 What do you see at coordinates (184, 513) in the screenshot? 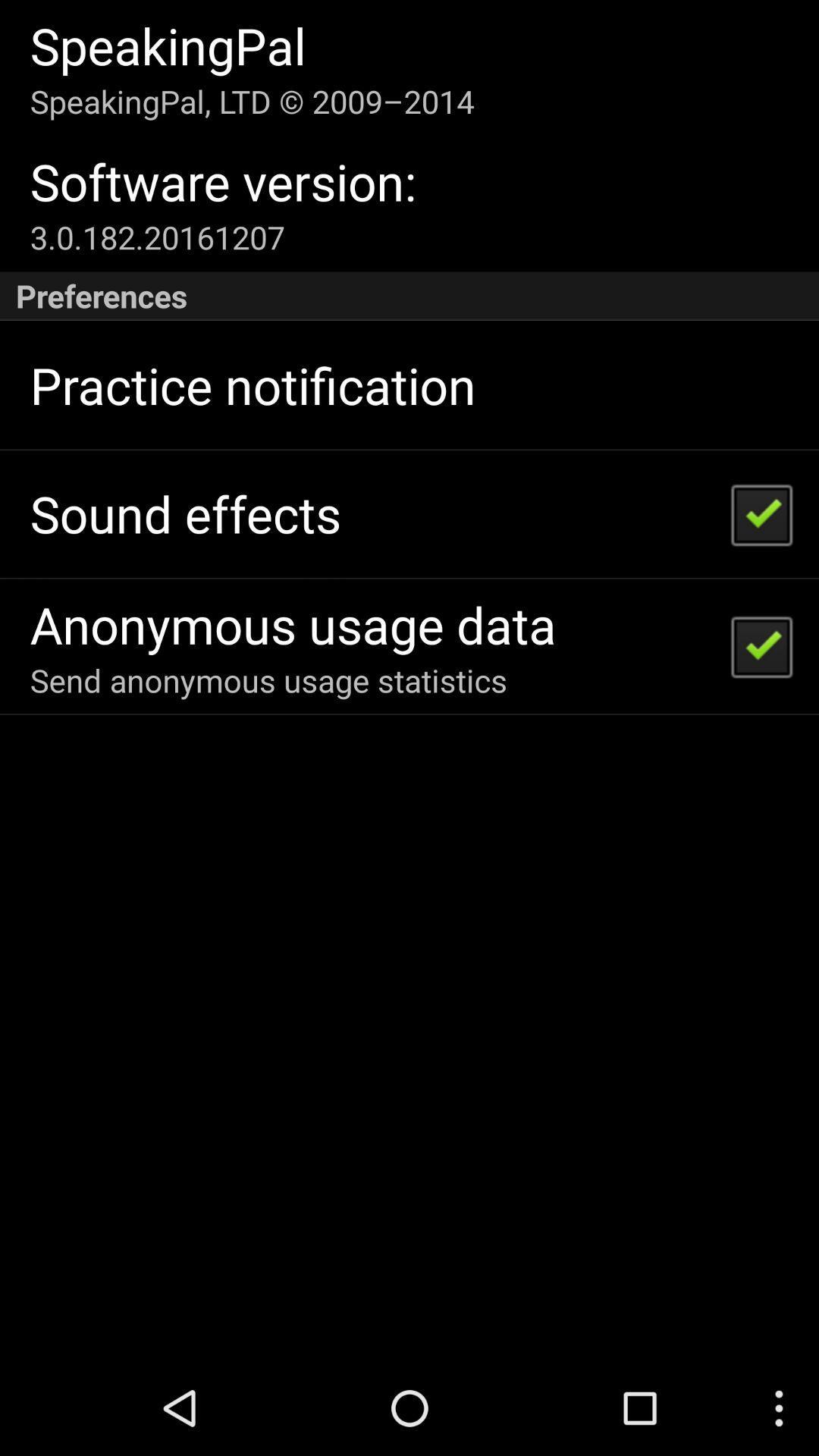
I see `sound effects app` at bounding box center [184, 513].